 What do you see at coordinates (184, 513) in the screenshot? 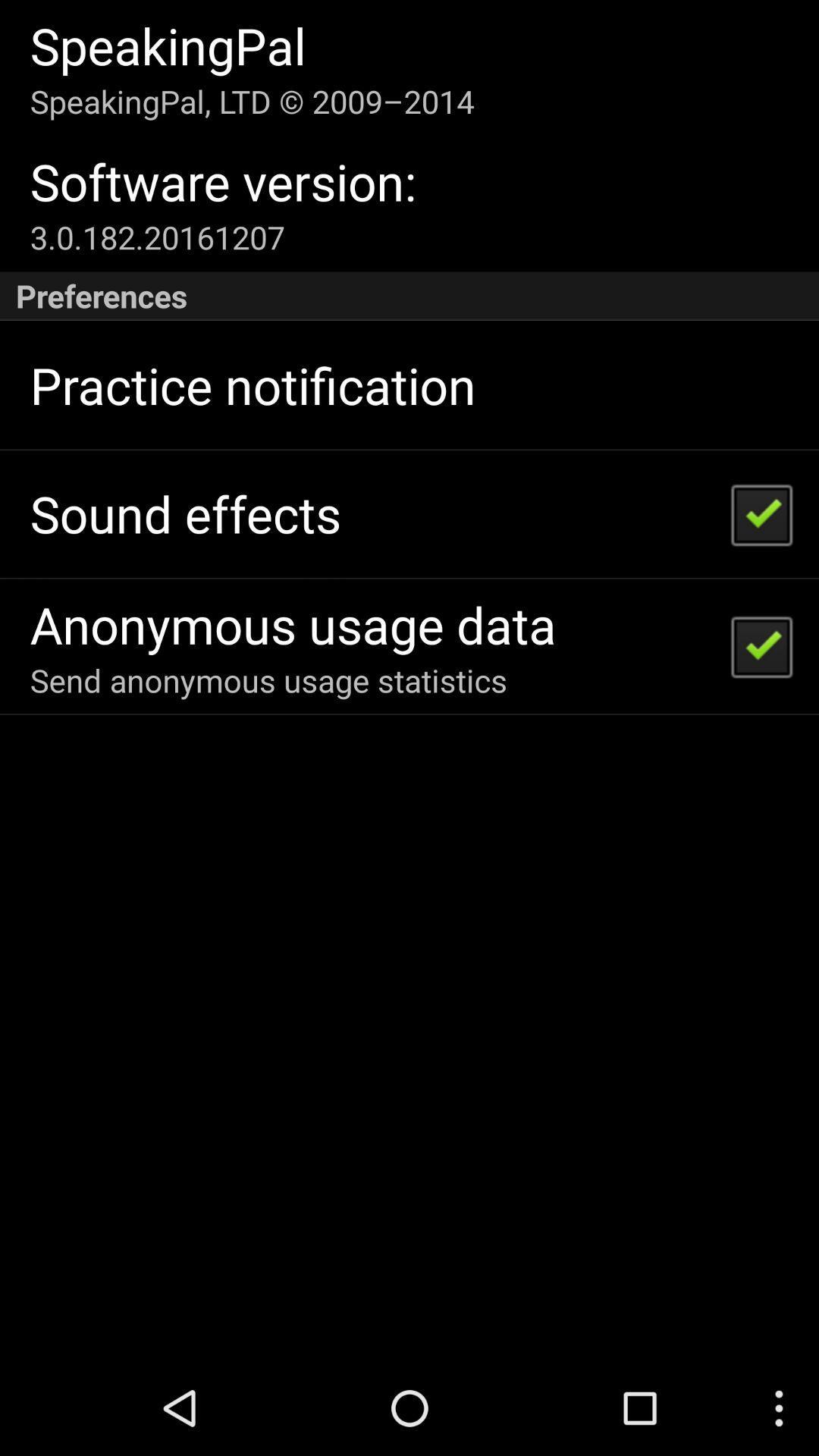
I see `sound effects app` at bounding box center [184, 513].